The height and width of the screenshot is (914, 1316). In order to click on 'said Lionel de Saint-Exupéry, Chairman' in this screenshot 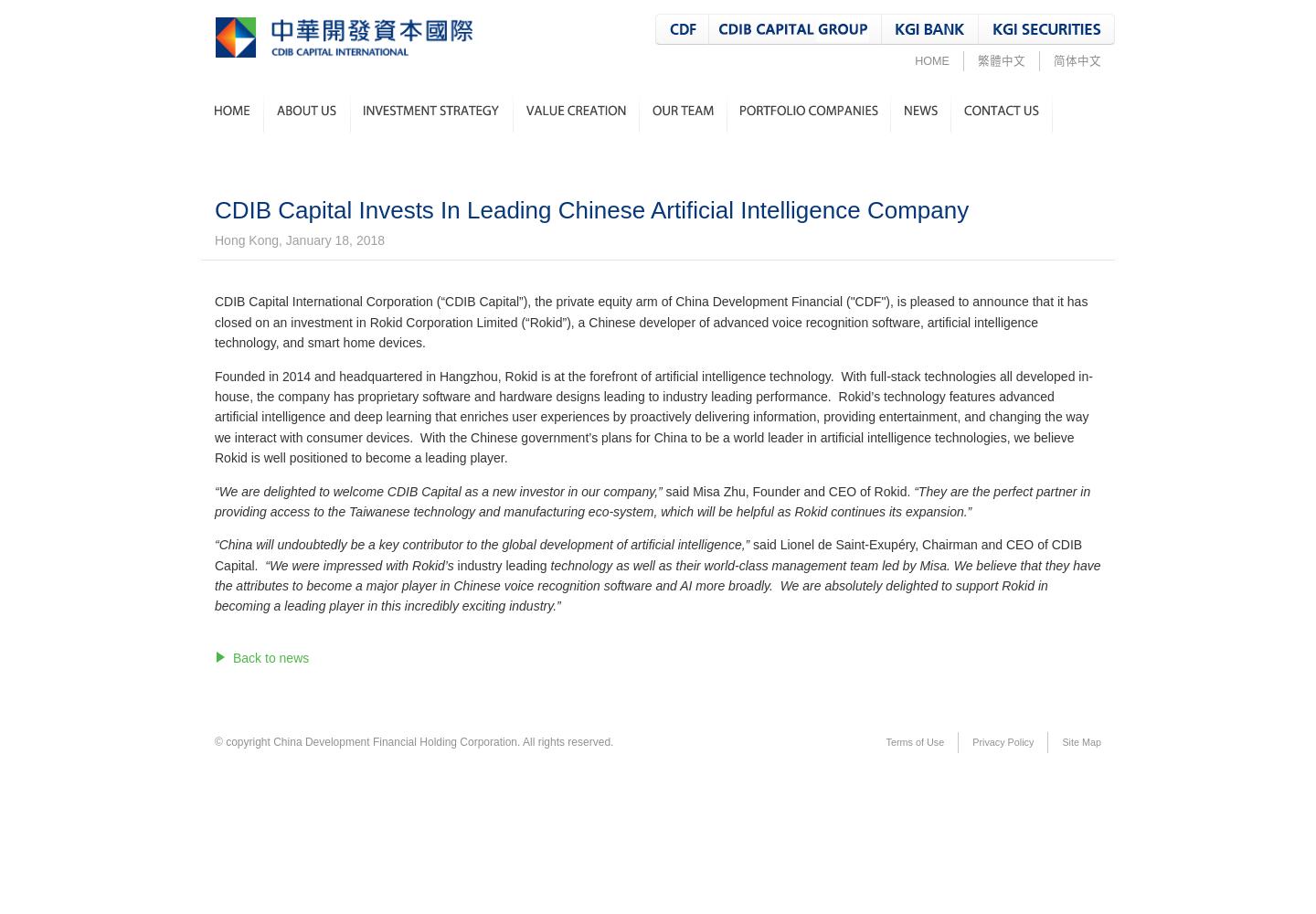, I will do `click(865, 544)`.